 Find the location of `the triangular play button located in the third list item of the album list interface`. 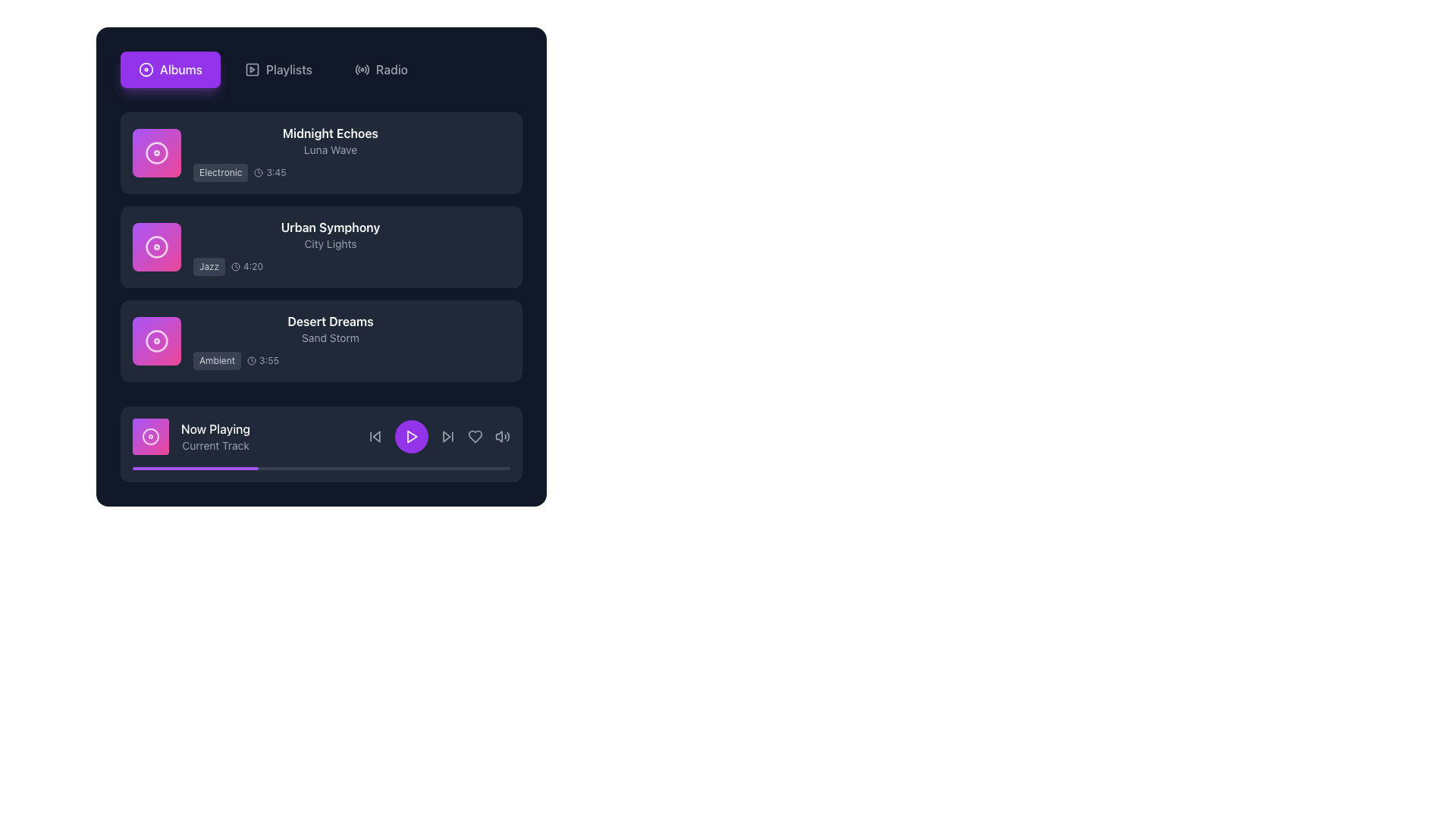

the triangular play button located in the third list item of the album list interface is located at coordinates (495, 341).